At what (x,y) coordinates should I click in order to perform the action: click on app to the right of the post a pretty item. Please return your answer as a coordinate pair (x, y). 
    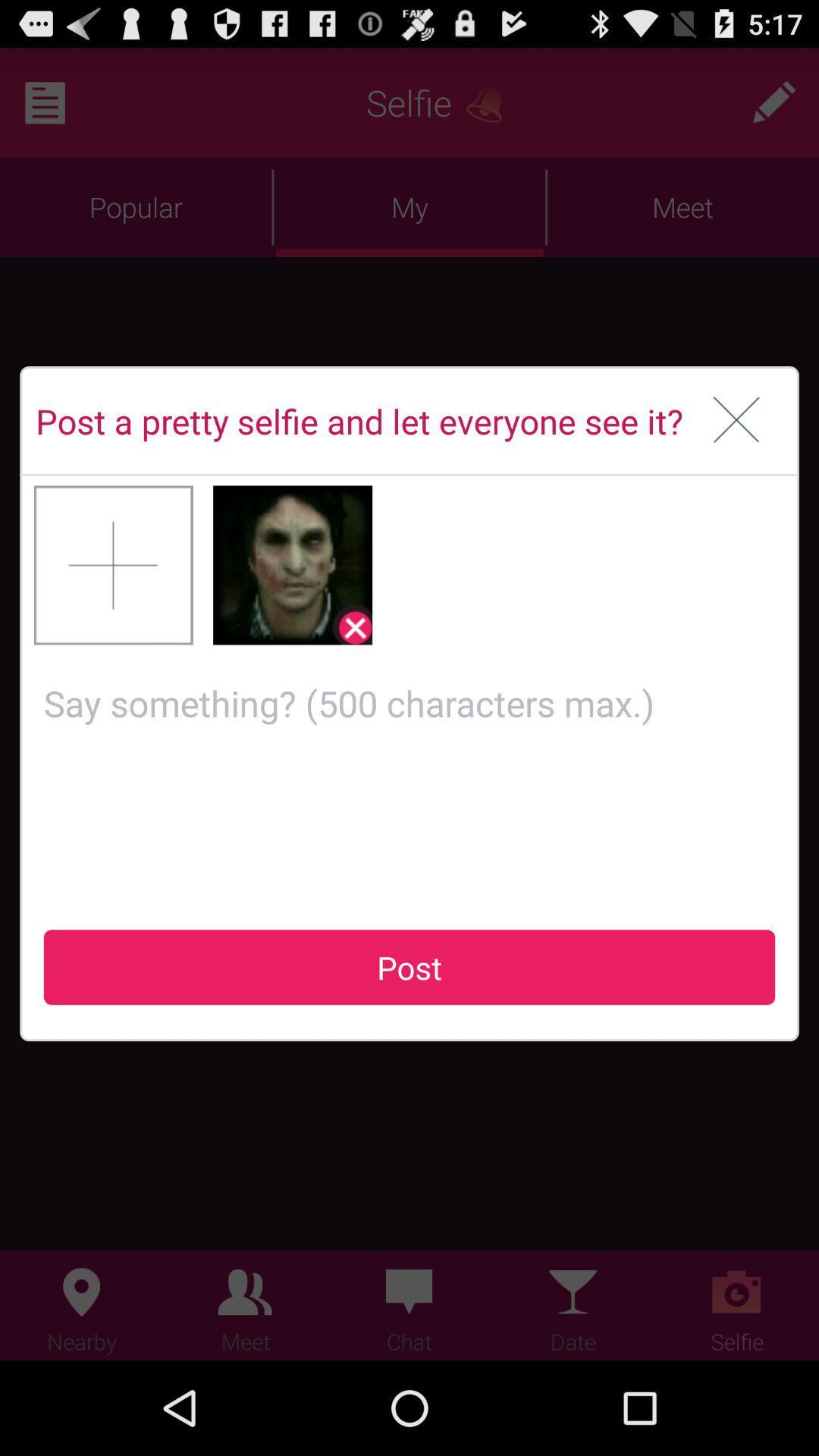
    Looking at the image, I should click on (736, 421).